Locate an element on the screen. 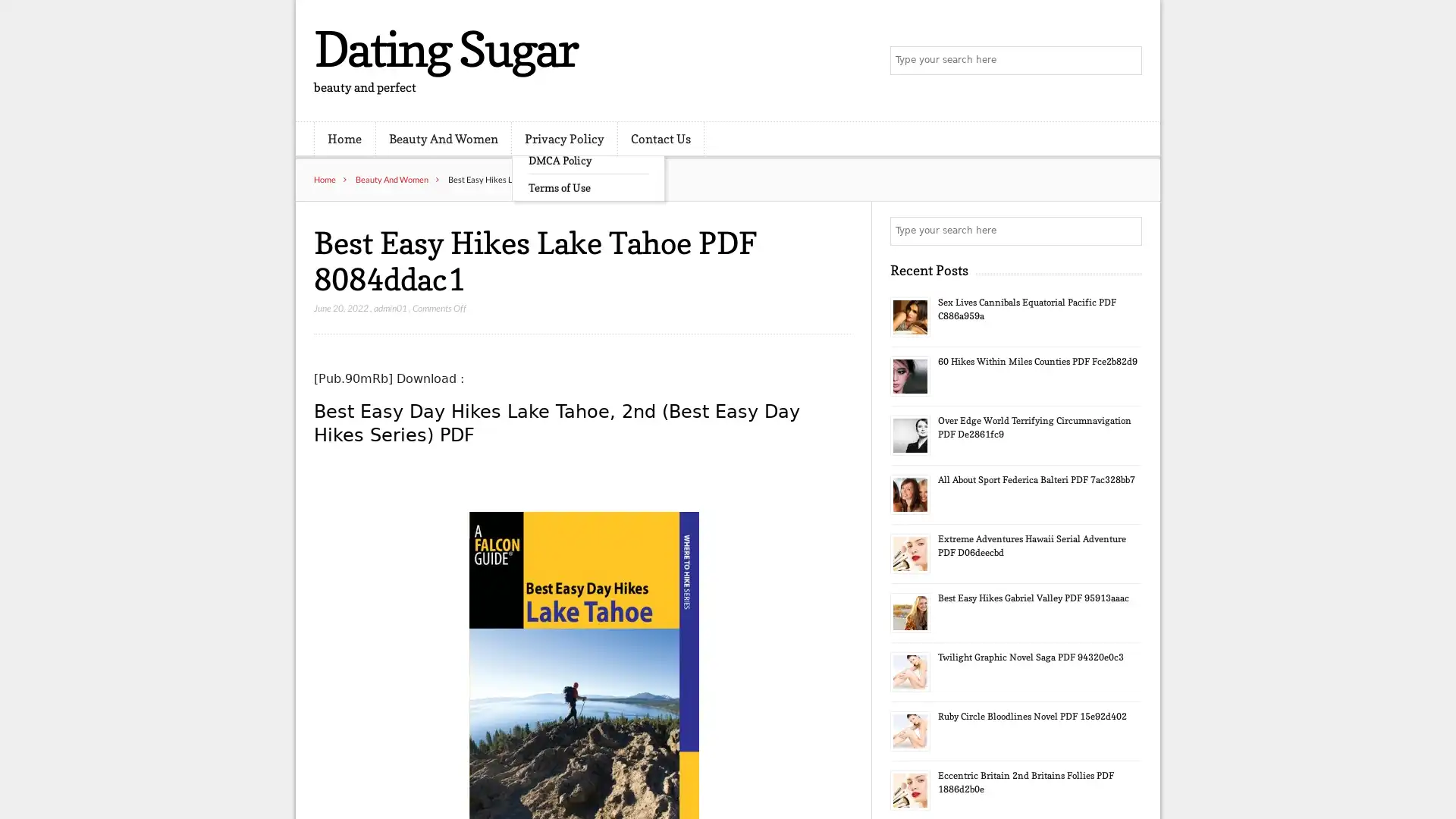 This screenshot has width=1456, height=819. Search is located at coordinates (1126, 61).